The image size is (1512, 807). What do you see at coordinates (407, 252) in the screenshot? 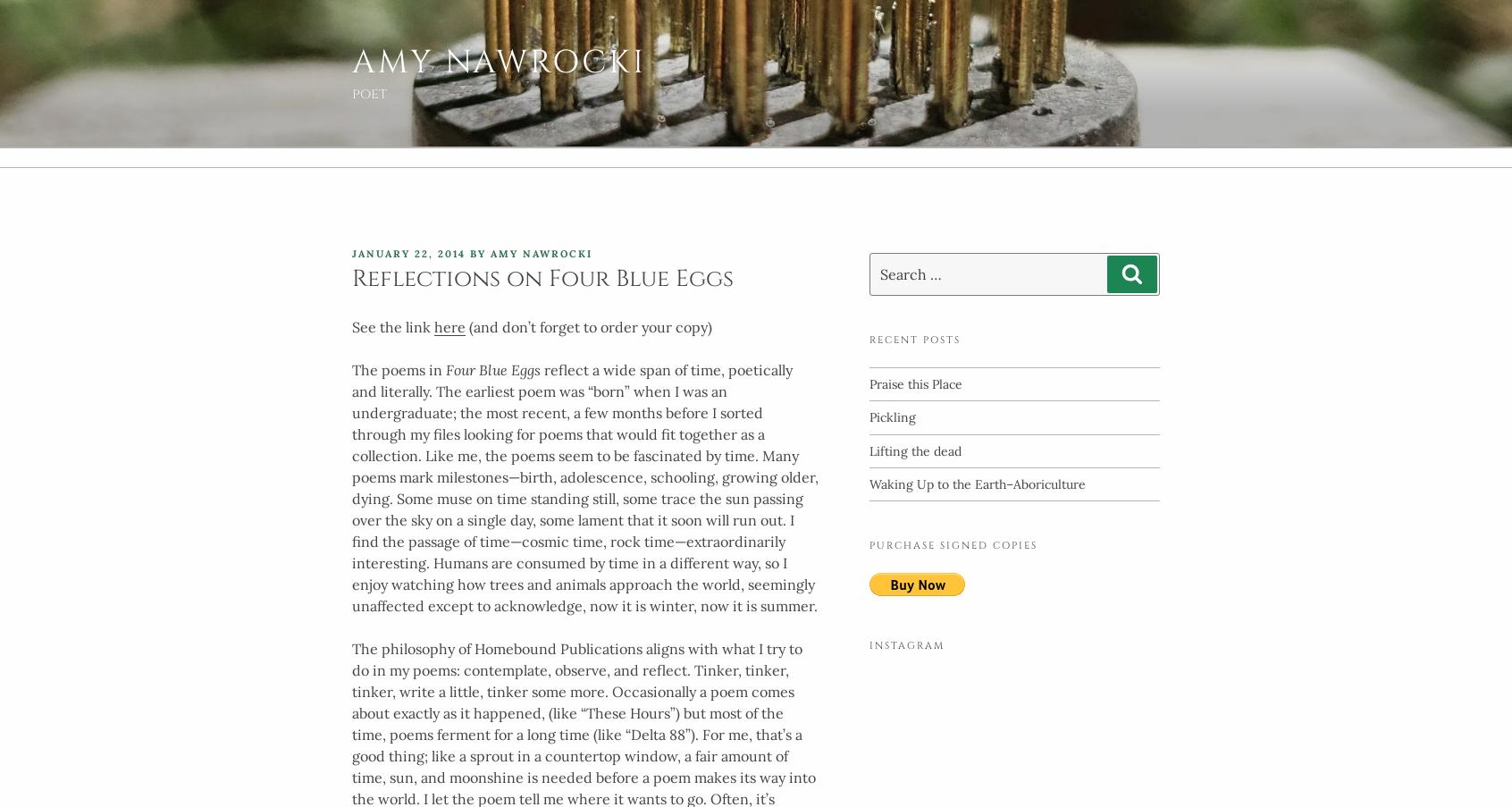
I see `'January 22, 2014'` at bounding box center [407, 252].